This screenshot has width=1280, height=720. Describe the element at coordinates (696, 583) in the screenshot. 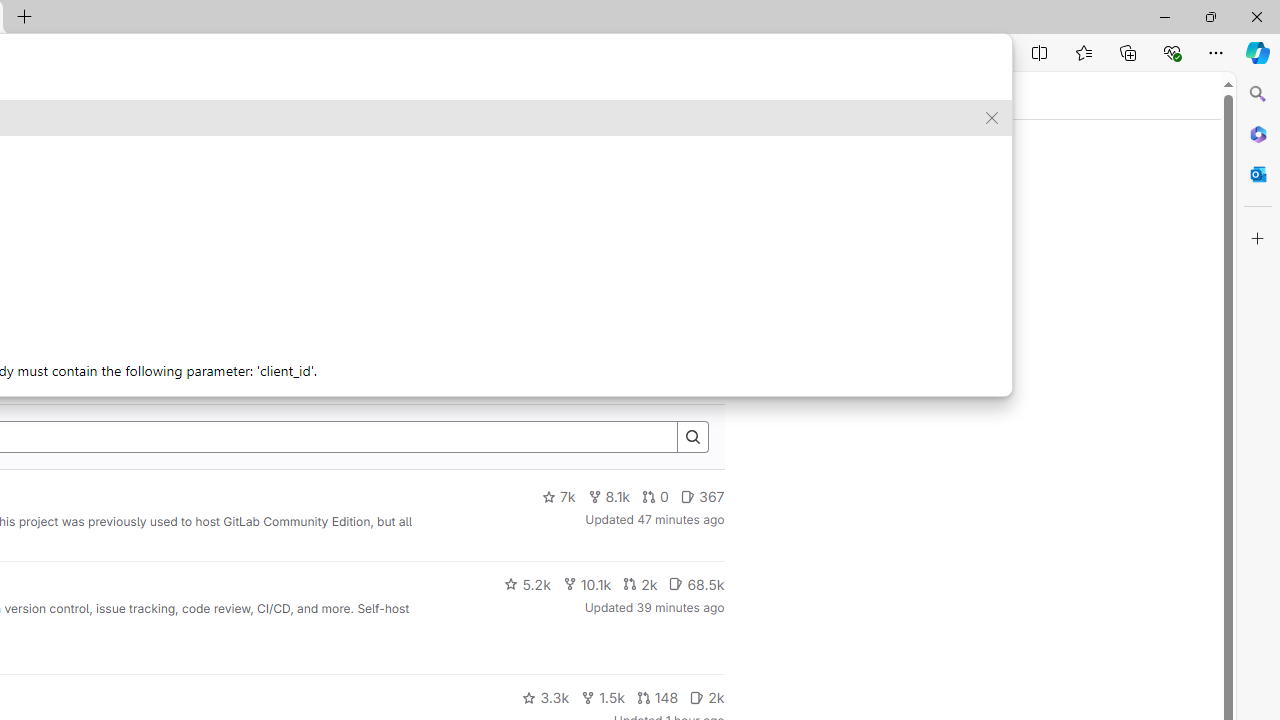

I see `'68.5k'` at that location.